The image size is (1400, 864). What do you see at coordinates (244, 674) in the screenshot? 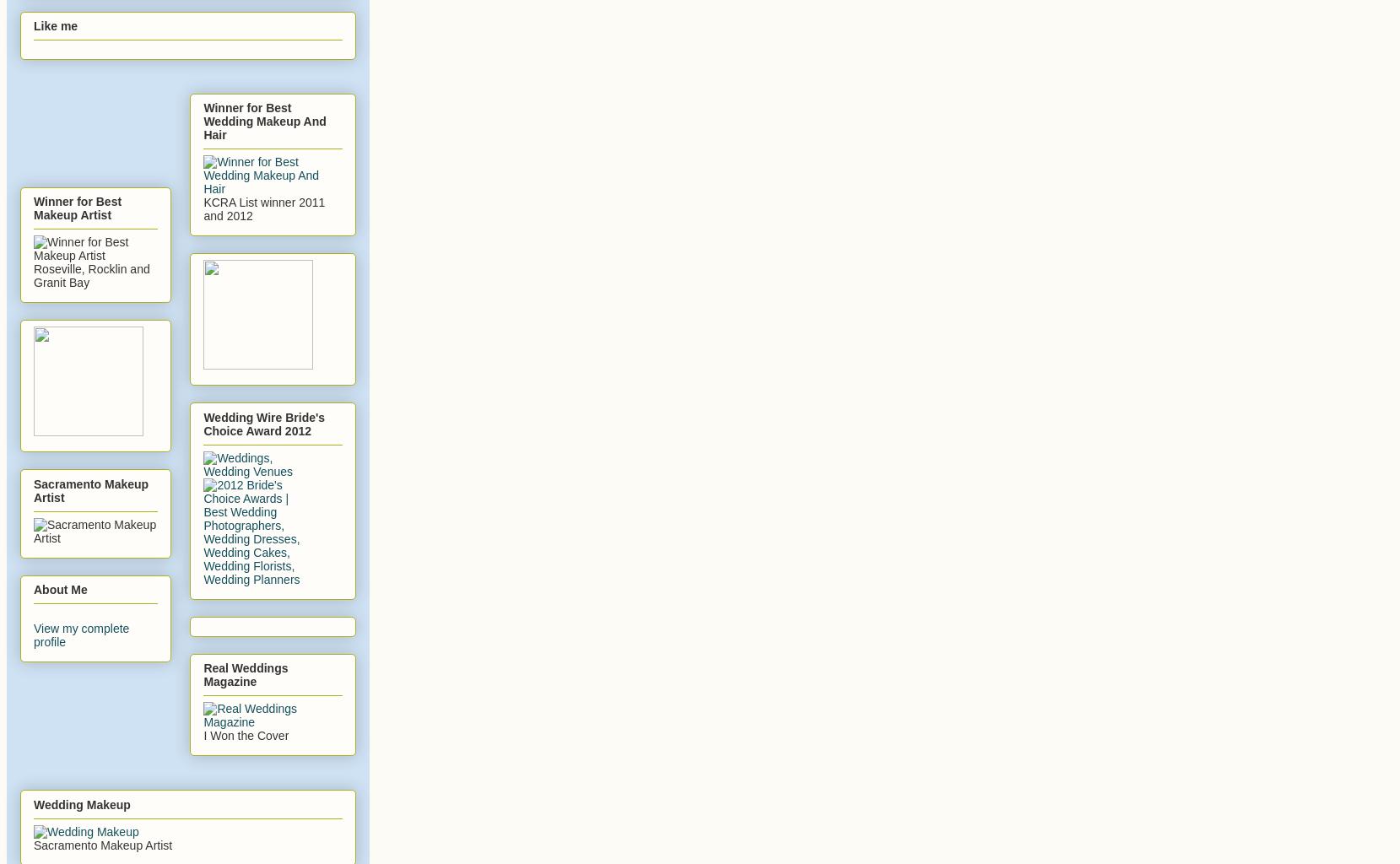
I see `'Real Weddings Magazine'` at bounding box center [244, 674].